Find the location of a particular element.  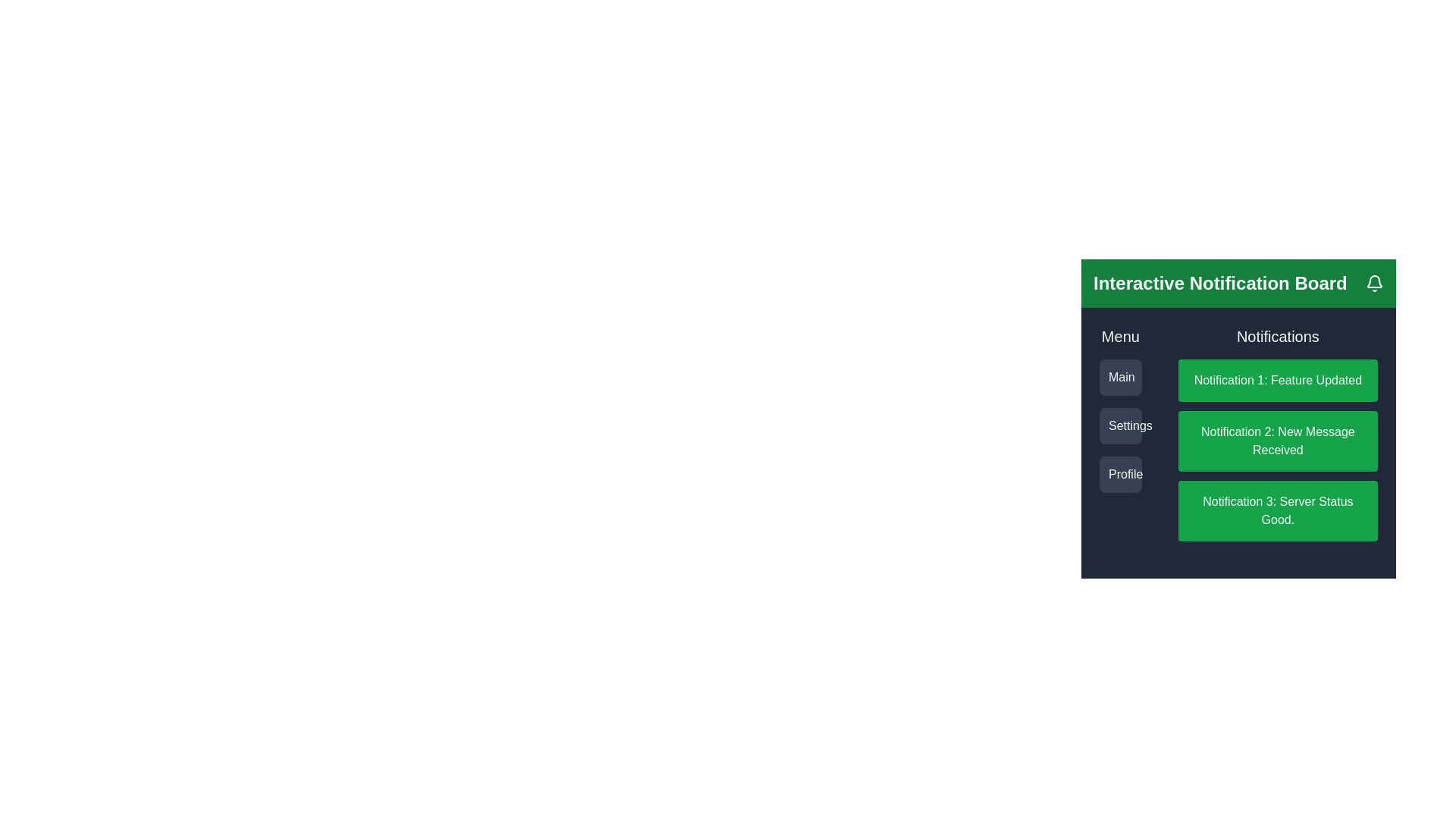

the 'Profile' button located at the bottom of the vertical stack of buttons under the 'Menu' heading on the left side of the interface is located at coordinates (1120, 473).